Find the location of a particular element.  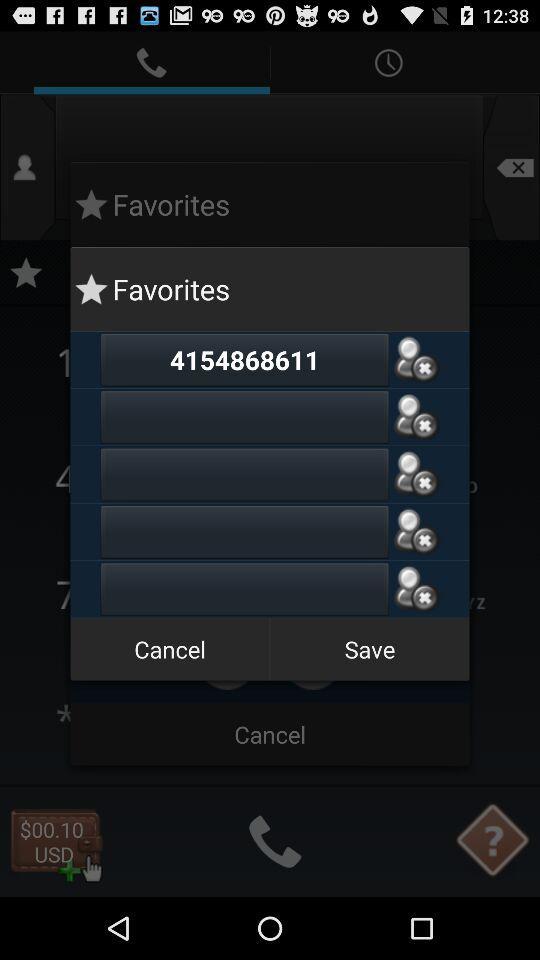

remove is located at coordinates (415, 474).